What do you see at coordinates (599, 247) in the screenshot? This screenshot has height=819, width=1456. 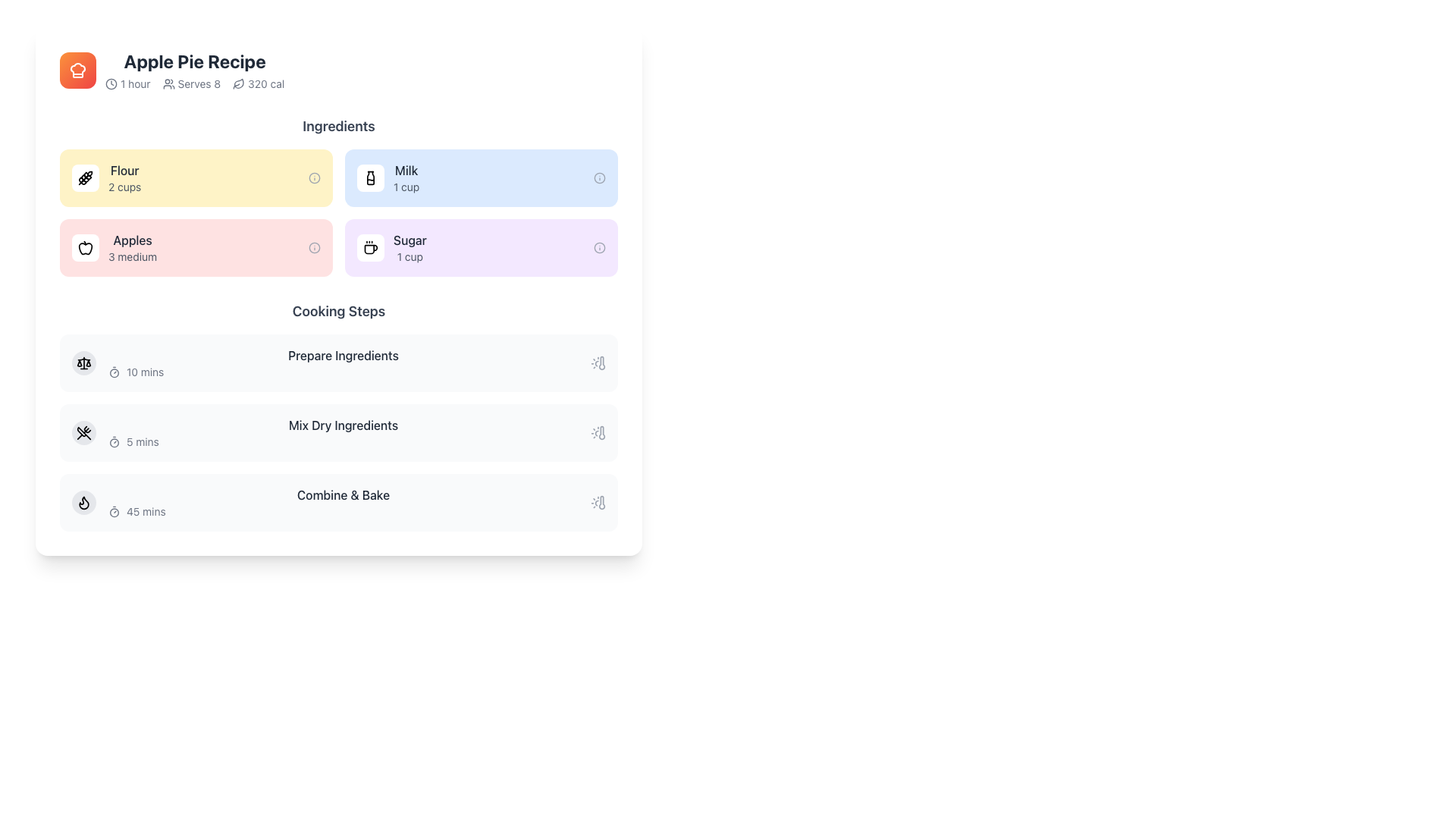 I see `the circular graphic element located in the bottom-right corner of the 'Sugar' ingredient card, which has a stroke-defined outer boundary and no visible fill` at bounding box center [599, 247].